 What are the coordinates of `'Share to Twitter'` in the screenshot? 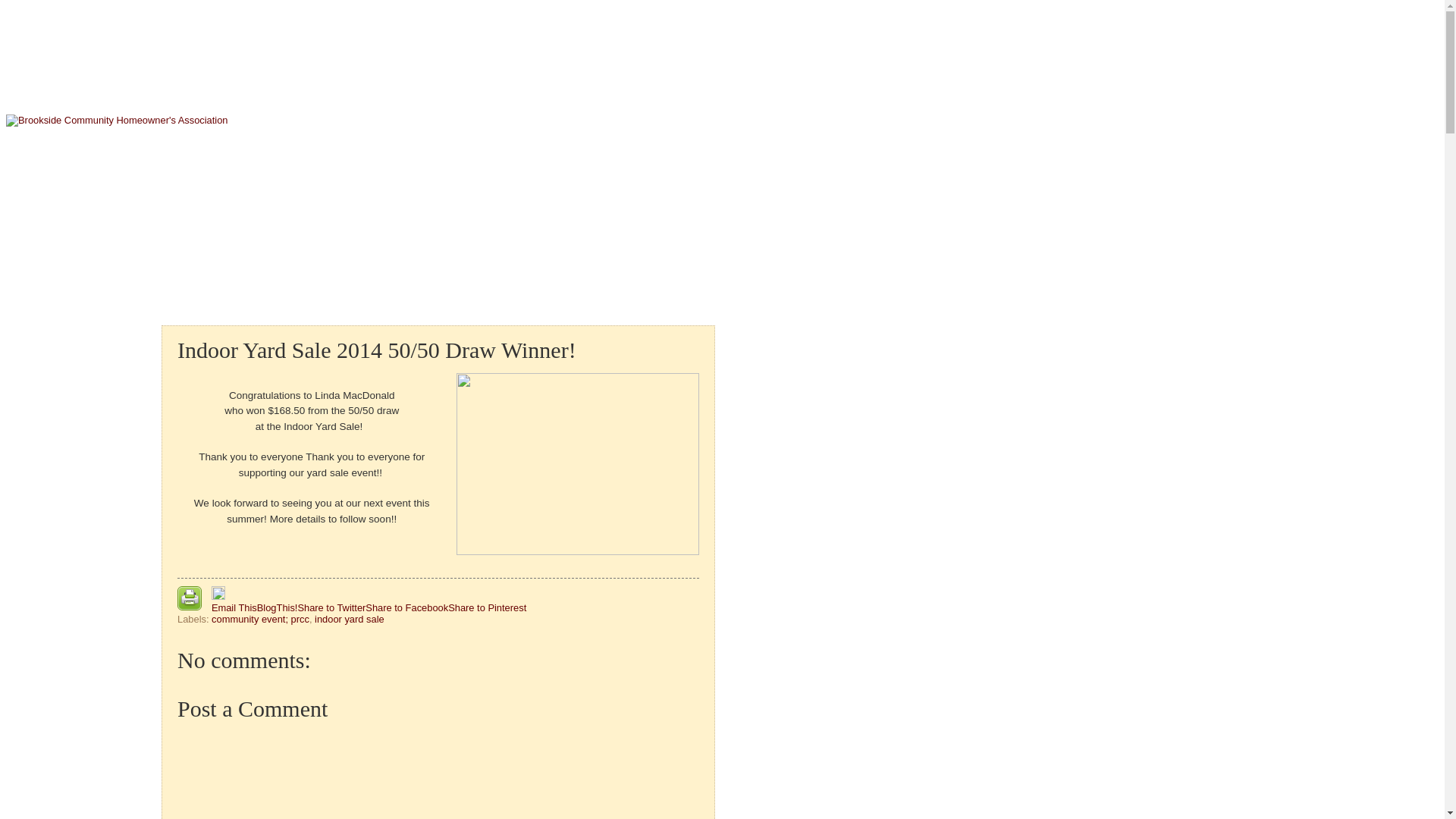 It's located at (330, 607).